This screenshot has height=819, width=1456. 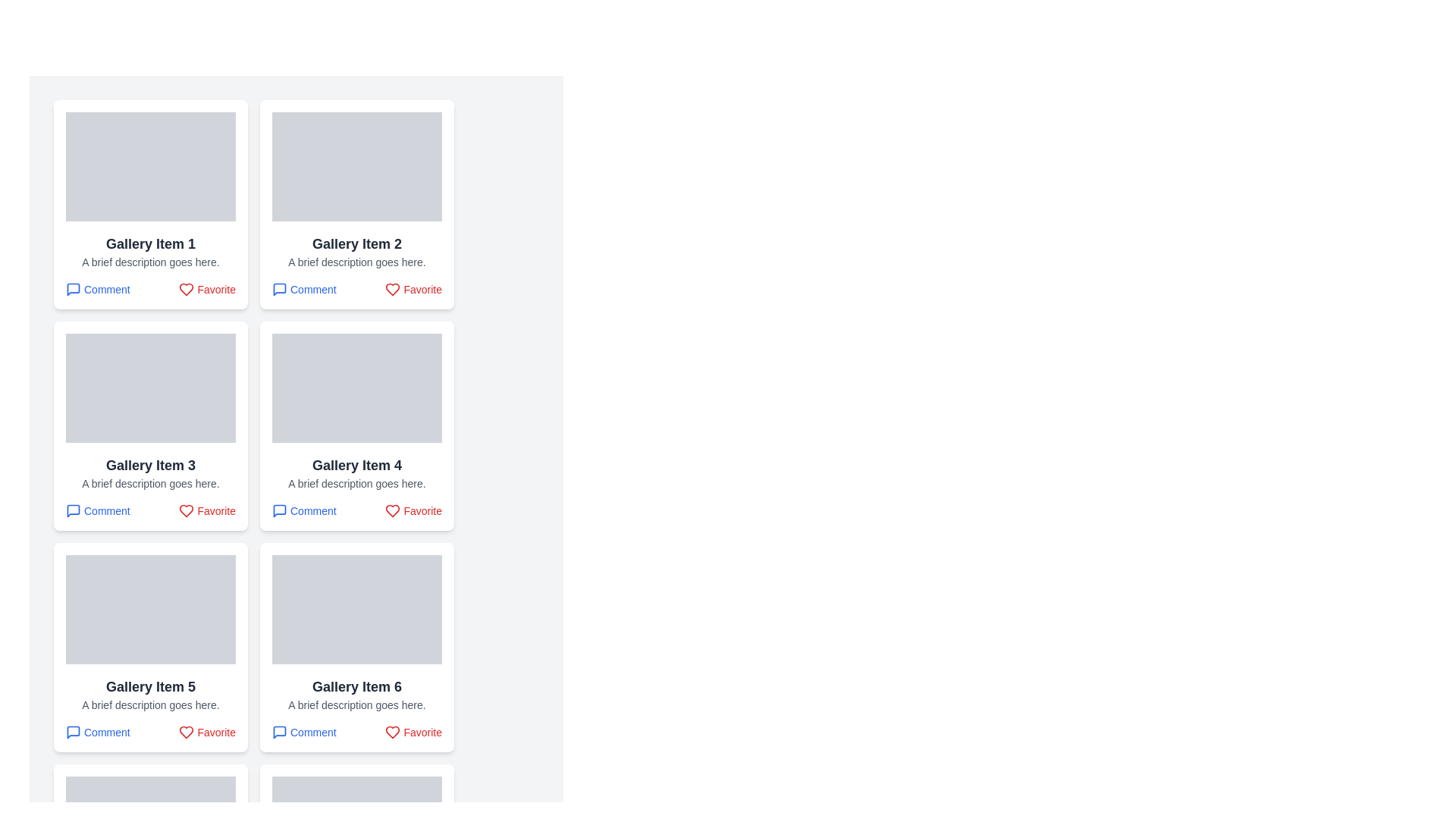 What do you see at coordinates (356, 464) in the screenshot?
I see `the text label 'Gallery Item 4'` at bounding box center [356, 464].